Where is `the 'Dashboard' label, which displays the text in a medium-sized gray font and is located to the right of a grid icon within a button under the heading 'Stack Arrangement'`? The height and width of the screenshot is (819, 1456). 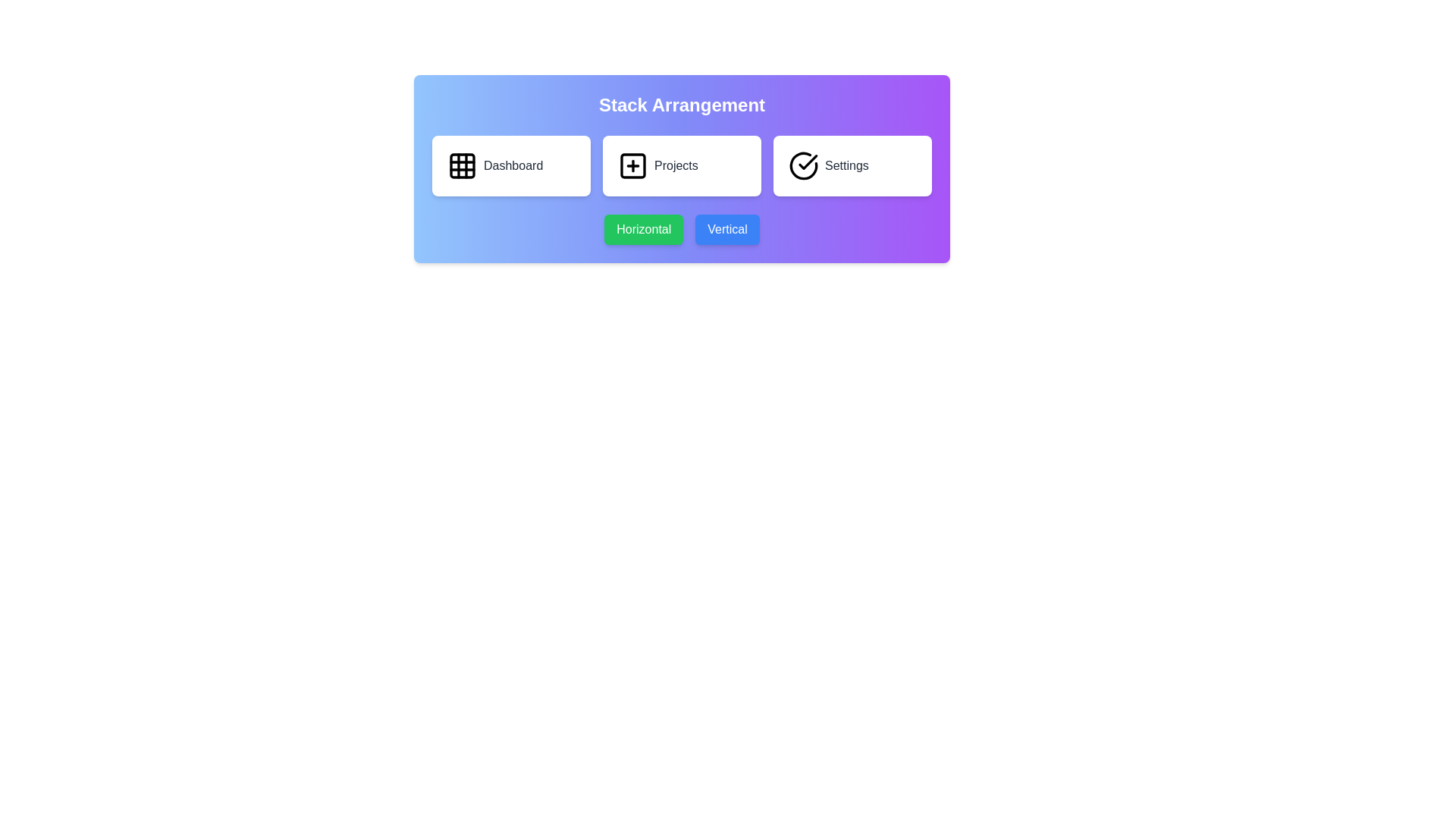 the 'Dashboard' label, which displays the text in a medium-sized gray font and is located to the right of a grid icon within a button under the heading 'Stack Arrangement' is located at coordinates (513, 166).